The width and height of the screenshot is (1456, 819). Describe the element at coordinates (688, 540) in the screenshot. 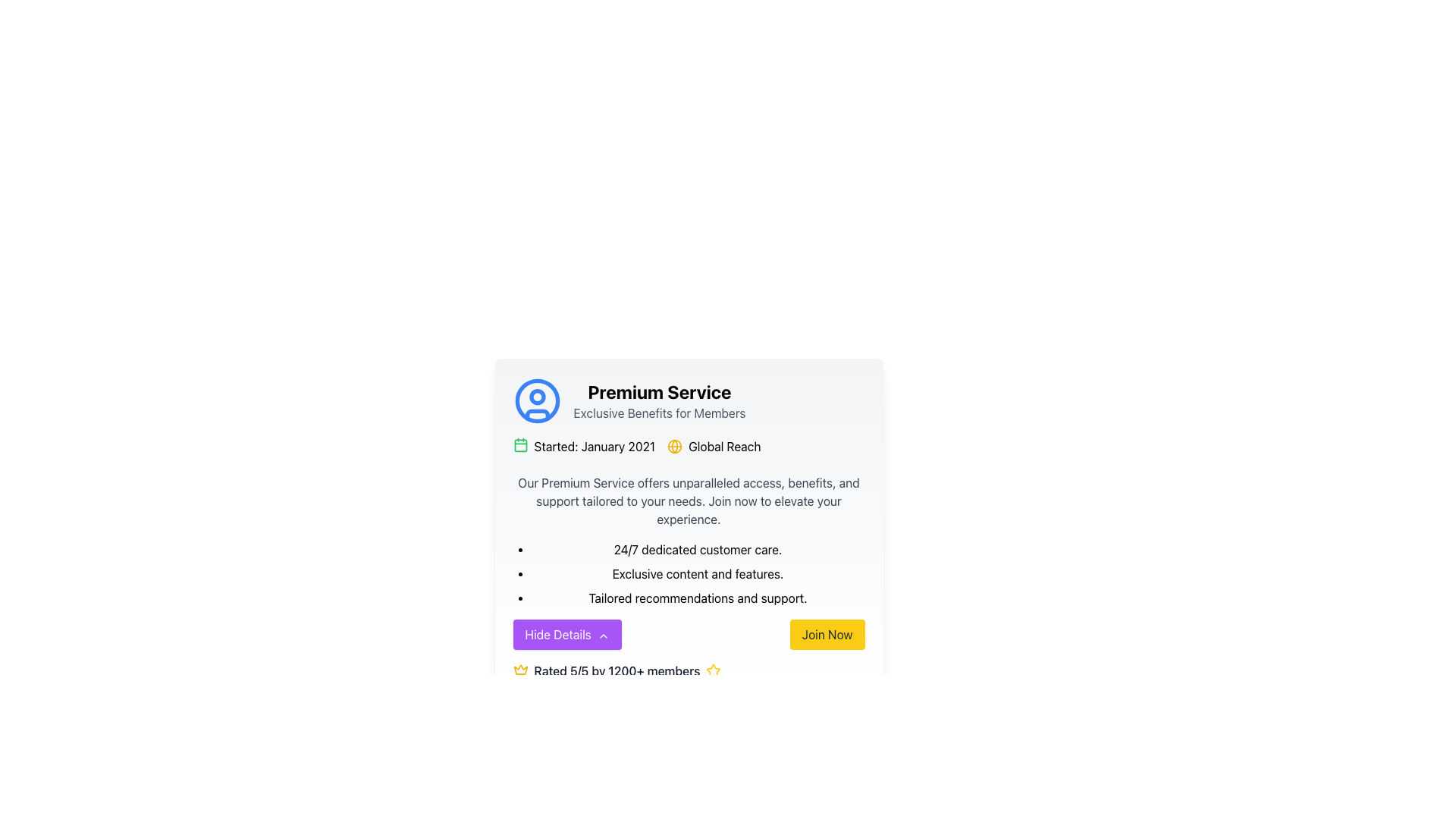

I see `text block that features a two-part description, including an introduction to the premium service and a bulleted list, positioned between the labels 'Started: January 2021' and 'Global Reach', and above the buttons 'Hide Details' and 'Join Now'` at that location.